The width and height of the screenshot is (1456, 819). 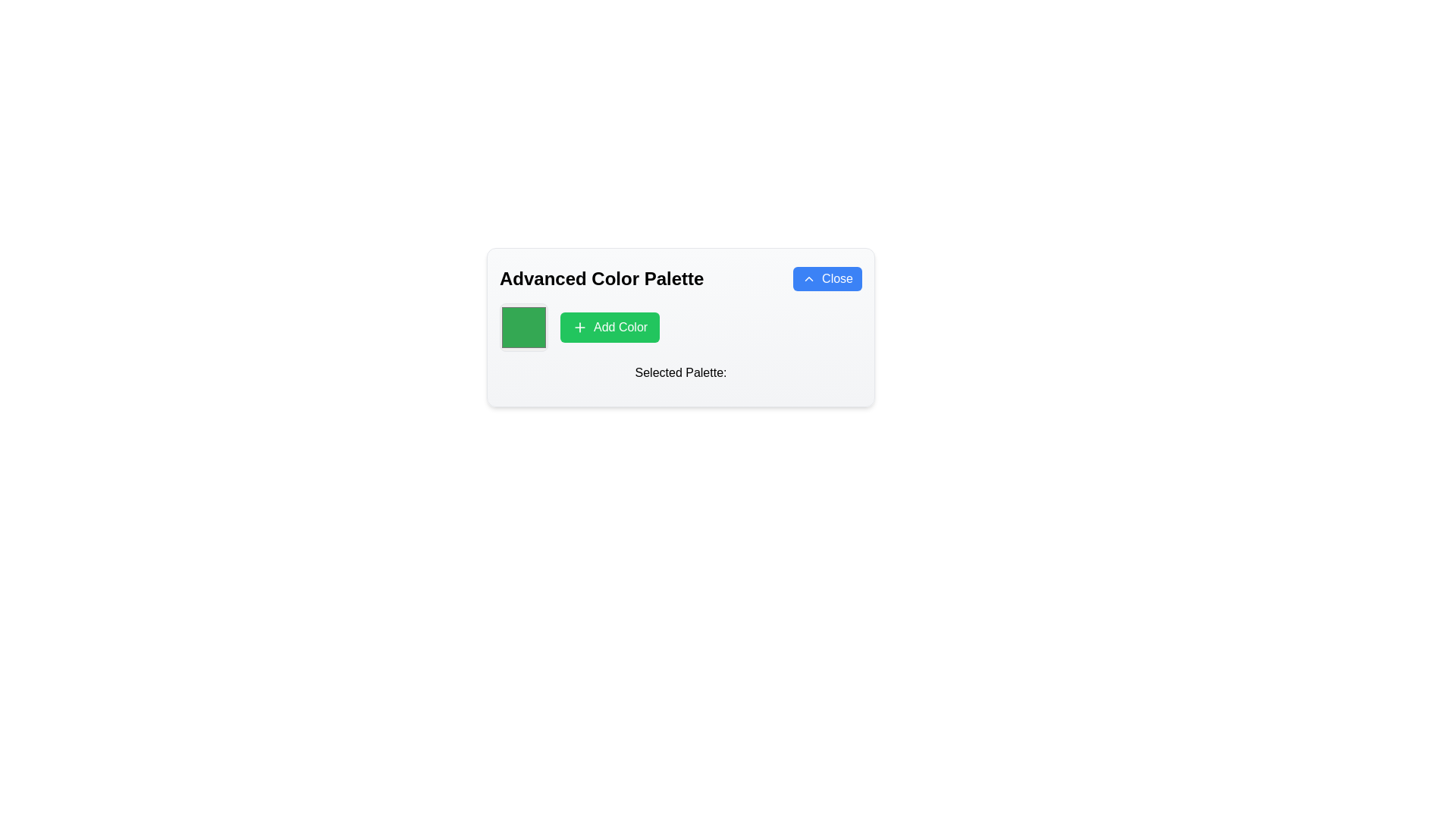 What do you see at coordinates (579, 327) in the screenshot?
I see `the icon located within the green 'Add Color' button` at bounding box center [579, 327].